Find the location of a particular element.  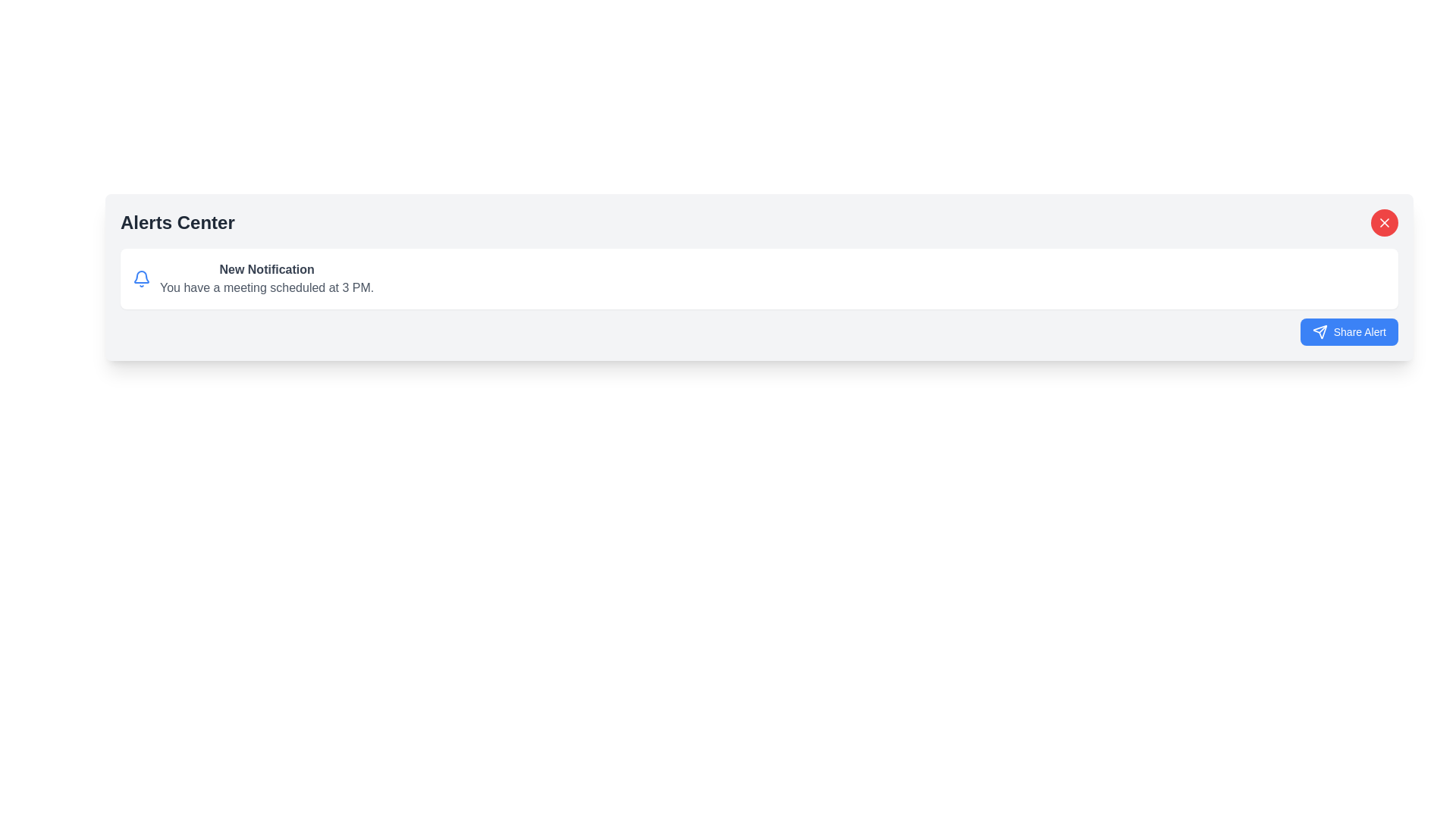

the 'Share Alert' button with a blue background and white text, located in the bottom-right corner of the alert is located at coordinates (1349, 331).